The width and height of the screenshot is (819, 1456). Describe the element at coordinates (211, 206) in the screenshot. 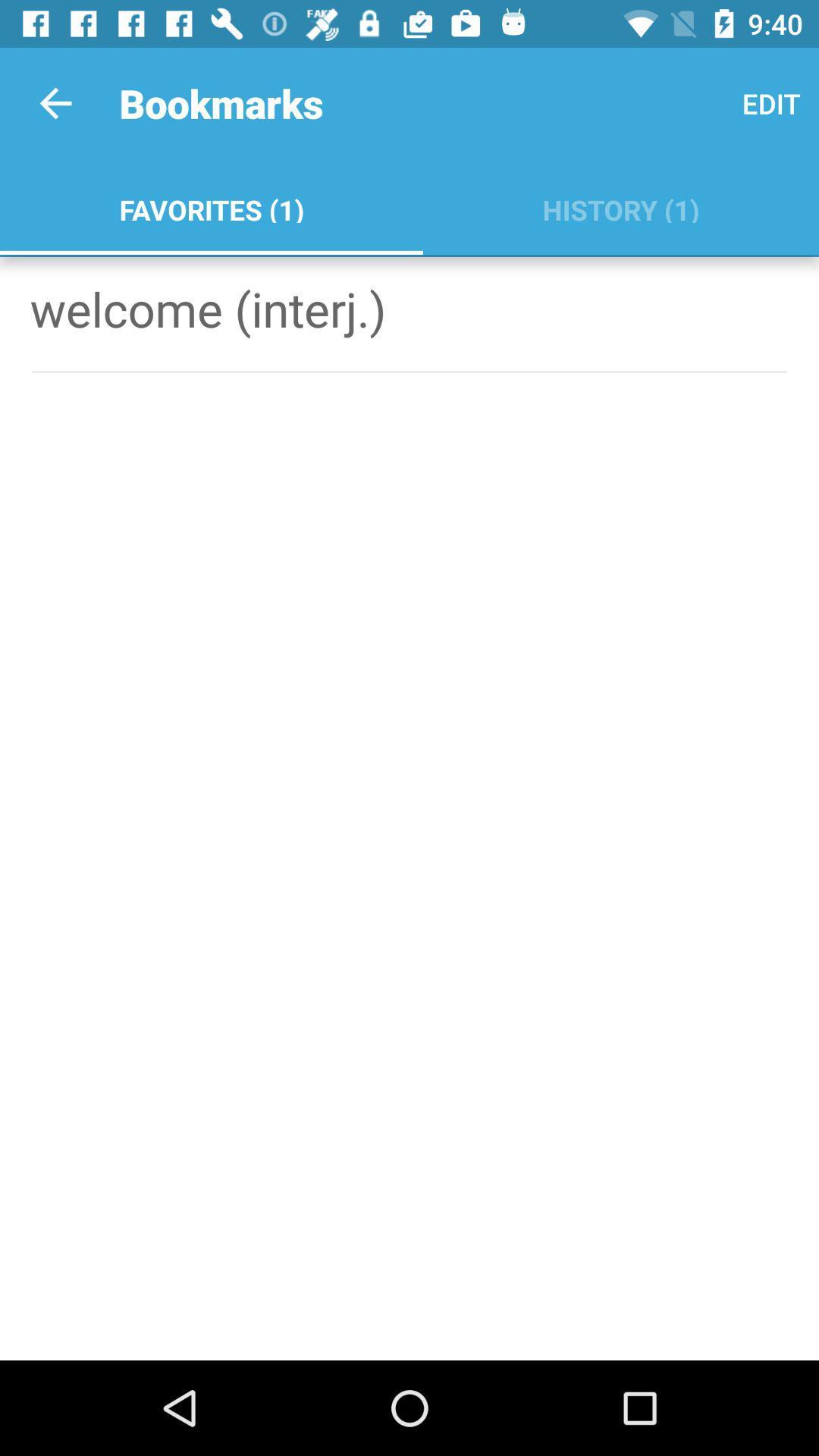

I see `the app to the left of the history (1)` at that location.